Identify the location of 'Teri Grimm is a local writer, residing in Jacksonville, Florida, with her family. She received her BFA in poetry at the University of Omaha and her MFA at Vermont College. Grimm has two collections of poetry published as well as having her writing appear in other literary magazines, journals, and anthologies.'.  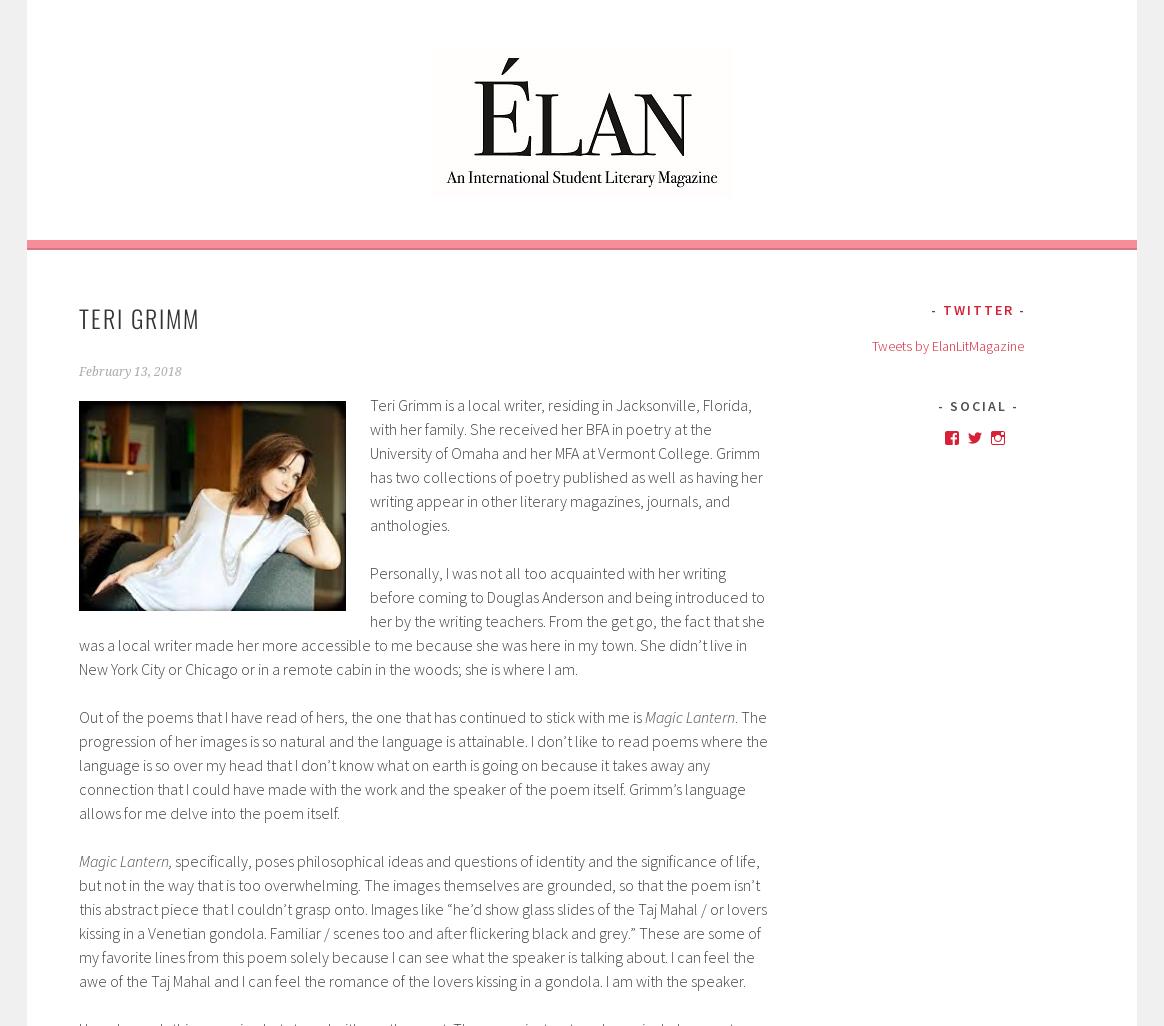
(564, 462).